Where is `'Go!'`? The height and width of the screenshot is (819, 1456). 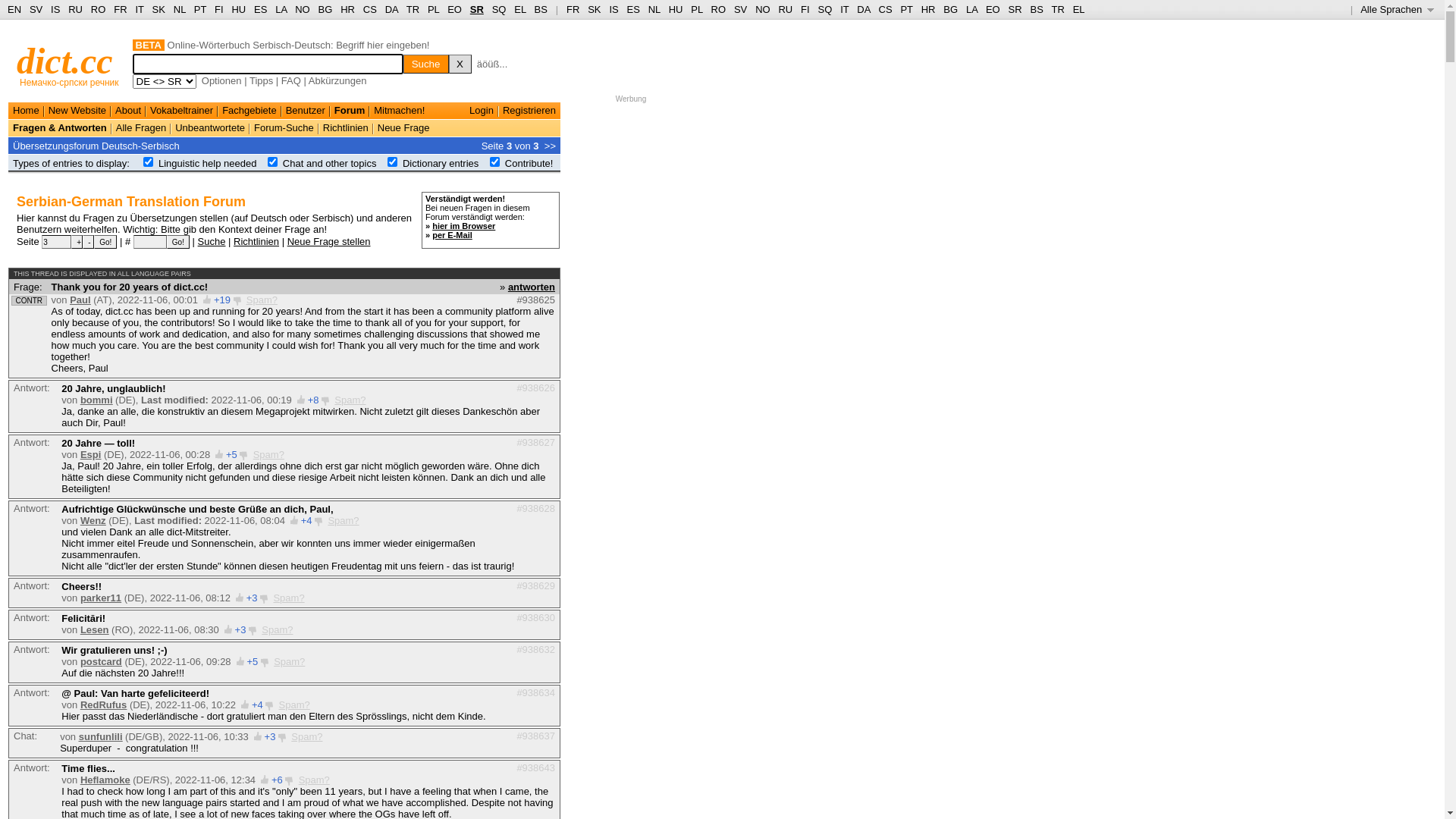 'Go!' is located at coordinates (167, 241).